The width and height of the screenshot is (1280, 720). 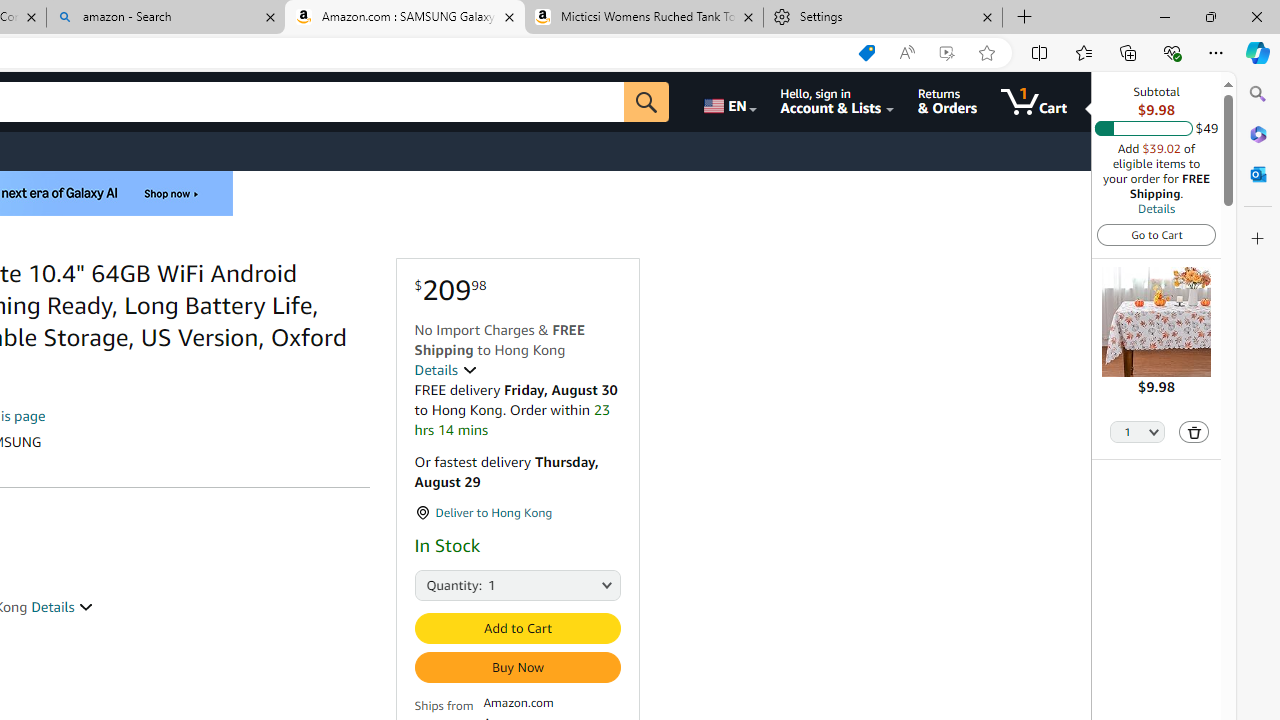 What do you see at coordinates (517, 627) in the screenshot?
I see `'Add to Cart'` at bounding box center [517, 627].